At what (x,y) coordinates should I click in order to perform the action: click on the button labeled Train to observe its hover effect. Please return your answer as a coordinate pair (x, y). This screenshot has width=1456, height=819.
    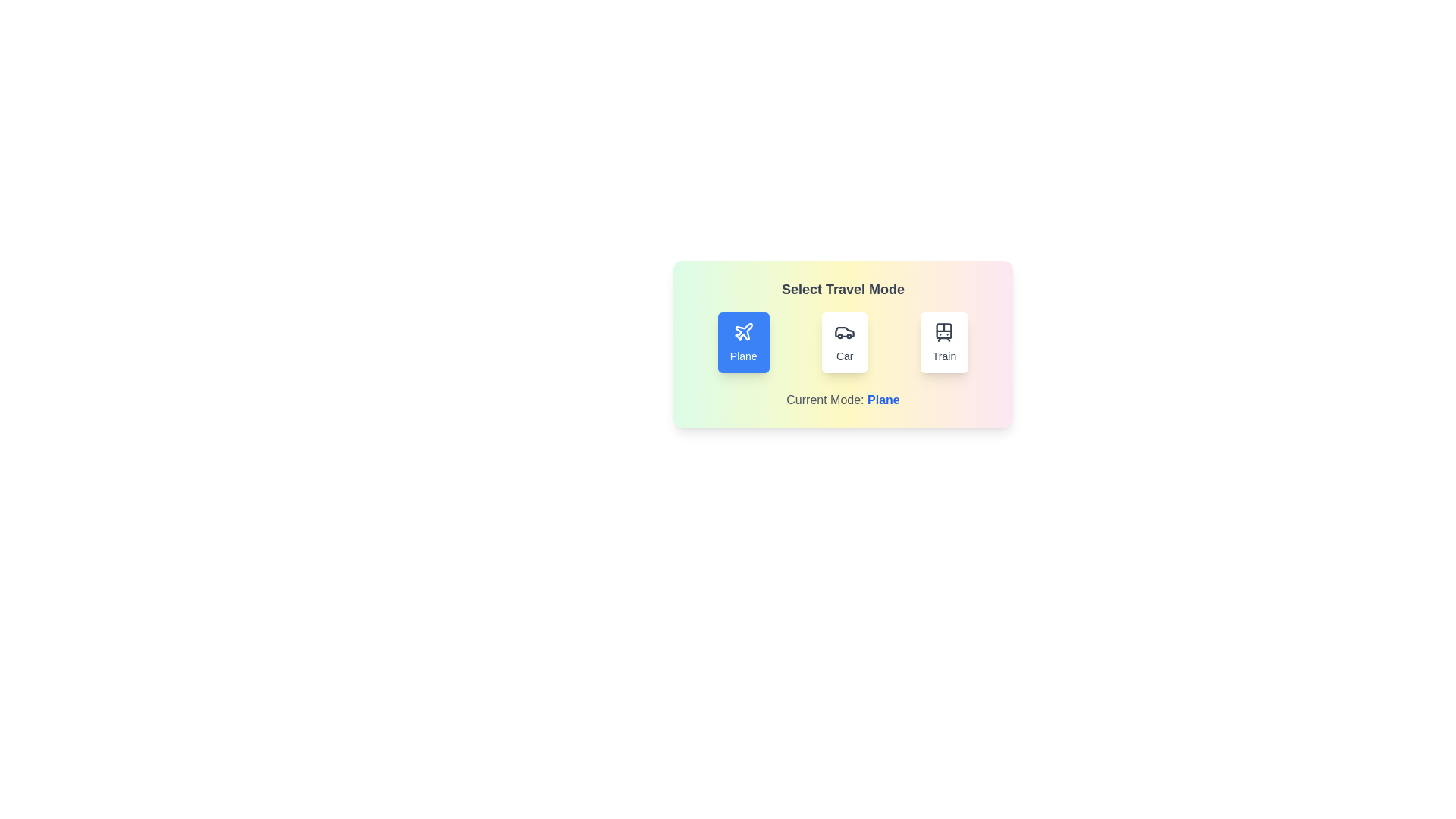
    Looking at the image, I should click on (943, 342).